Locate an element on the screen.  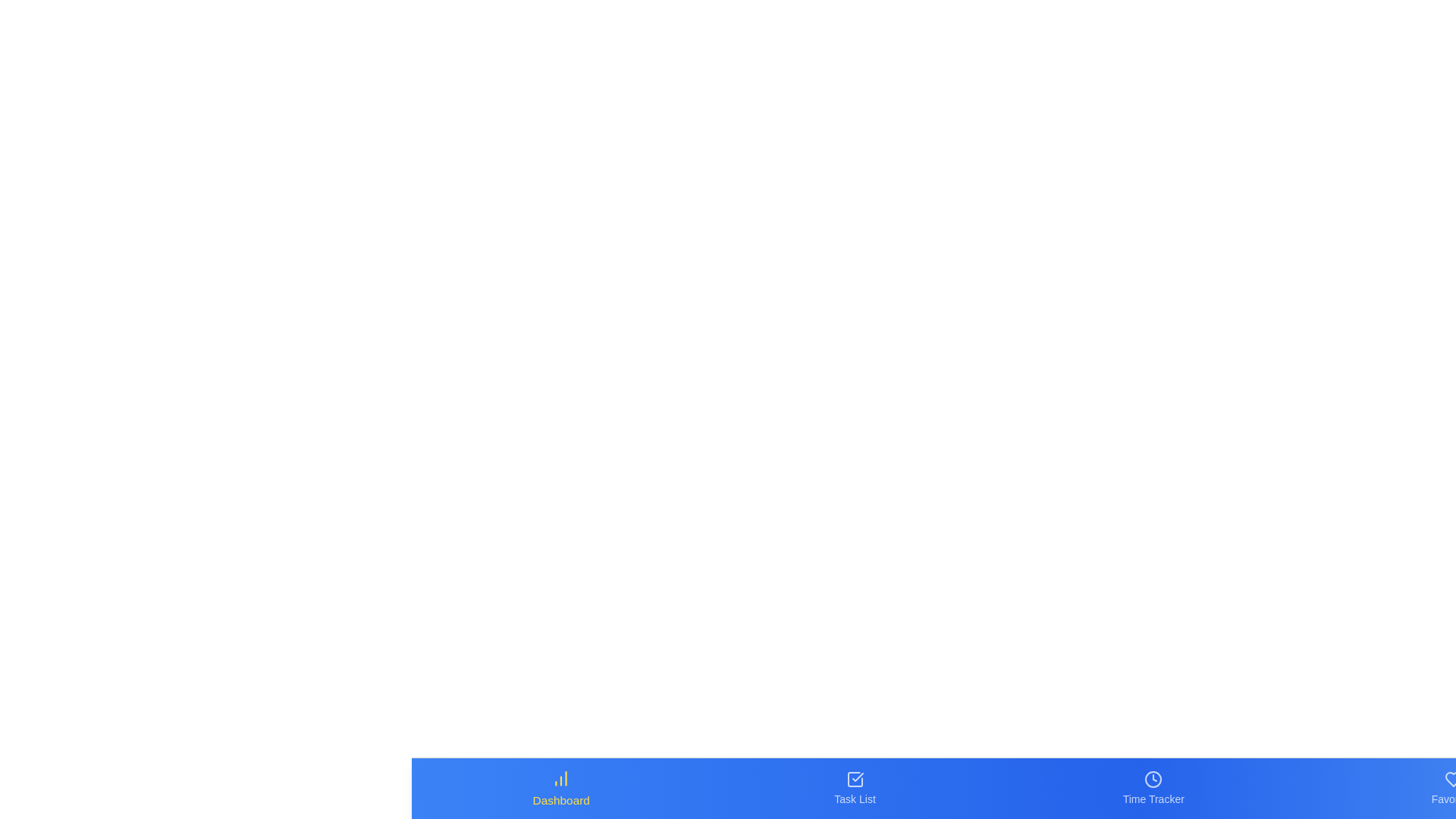
the Task List tab in the bottom navigation bar is located at coordinates (855, 788).